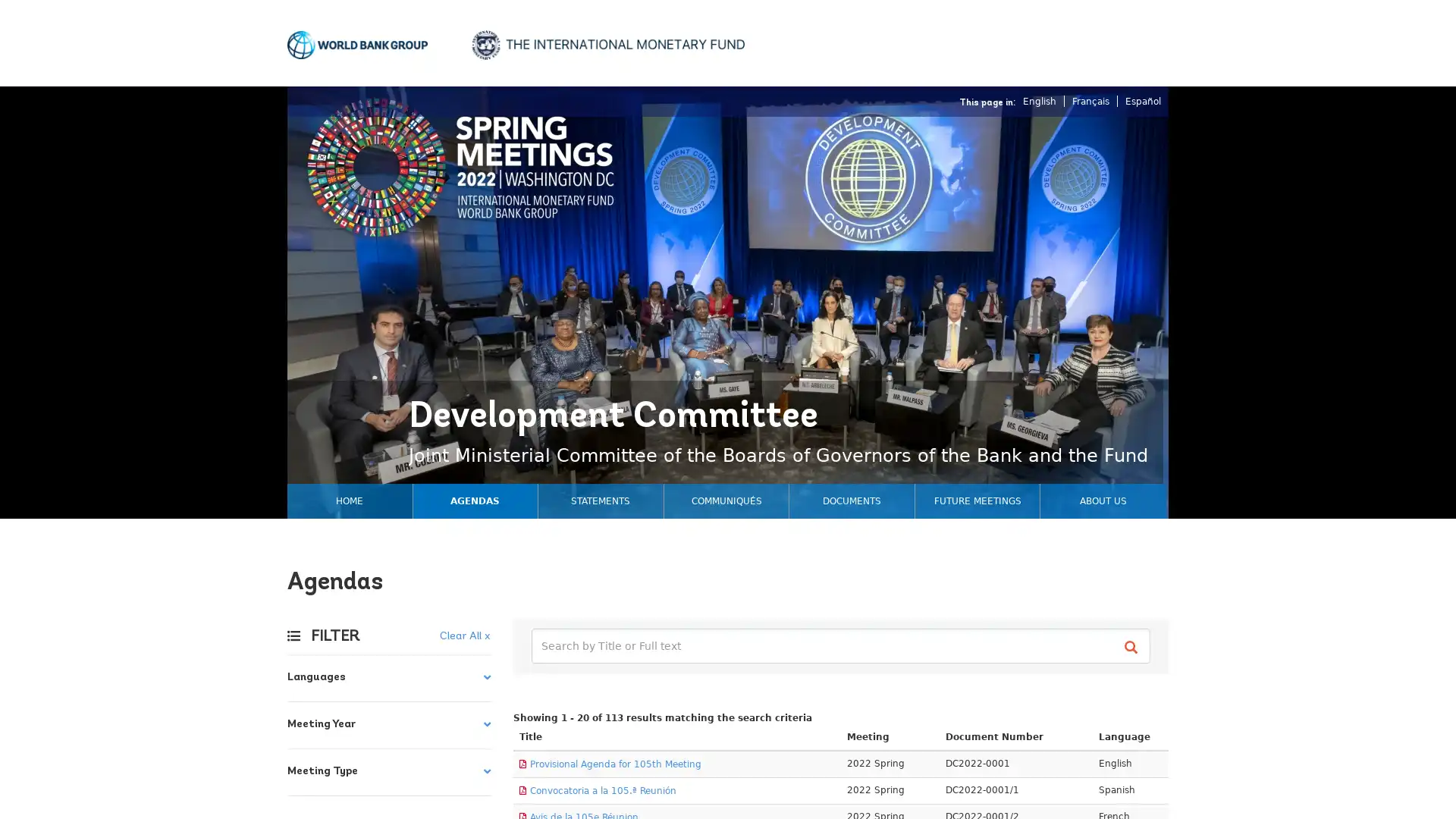 Image resolution: width=1456 pixels, height=819 pixels. What do you see at coordinates (389, 724) in the screenshot?
I see `Meeting Year` at bounding box center [389, 724].